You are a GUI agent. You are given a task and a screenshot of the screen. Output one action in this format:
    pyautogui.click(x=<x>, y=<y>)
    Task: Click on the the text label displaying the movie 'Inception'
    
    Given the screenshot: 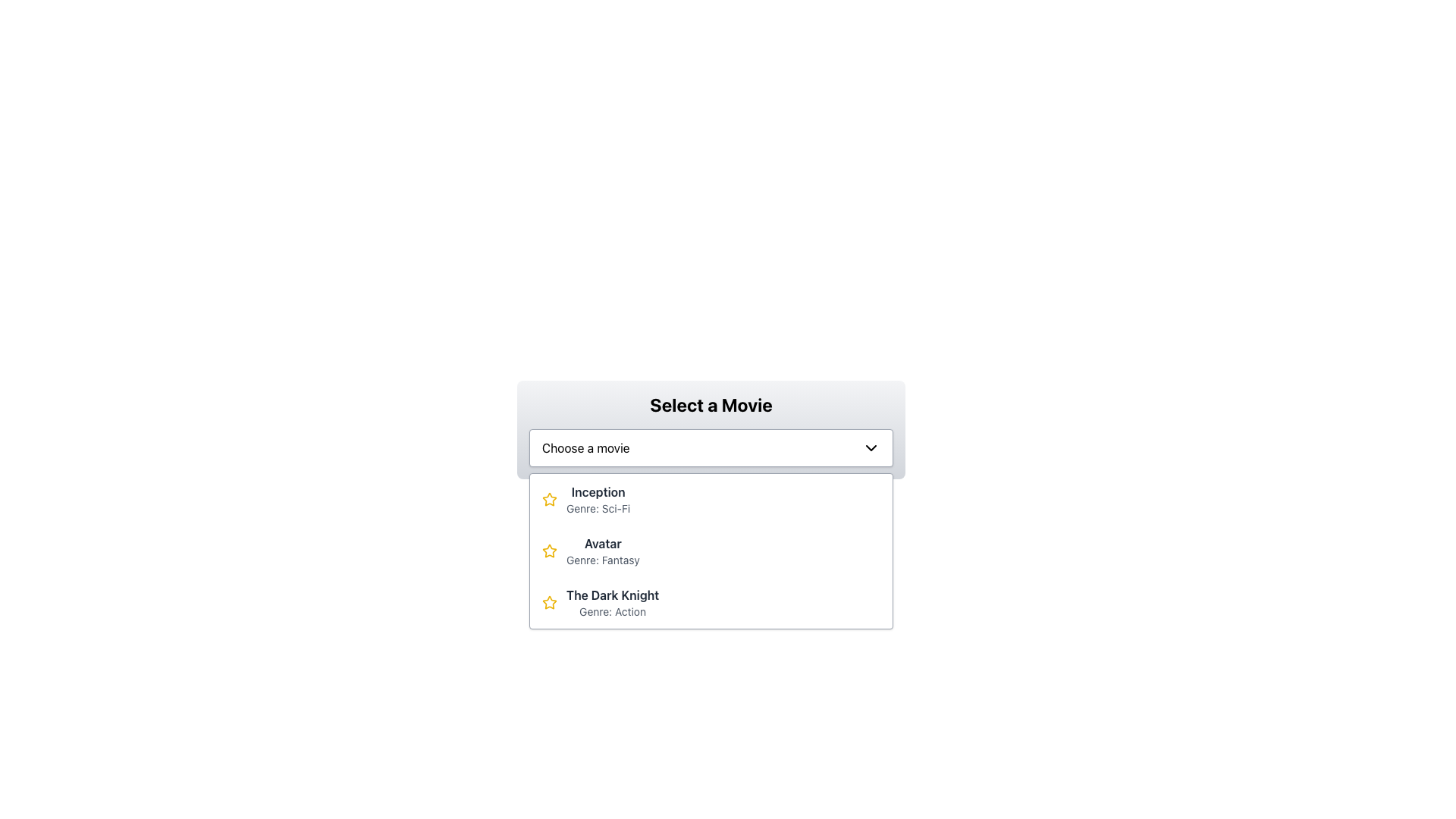 What is the action you would take?
    pyautogui.click(x=598, y=500)
    